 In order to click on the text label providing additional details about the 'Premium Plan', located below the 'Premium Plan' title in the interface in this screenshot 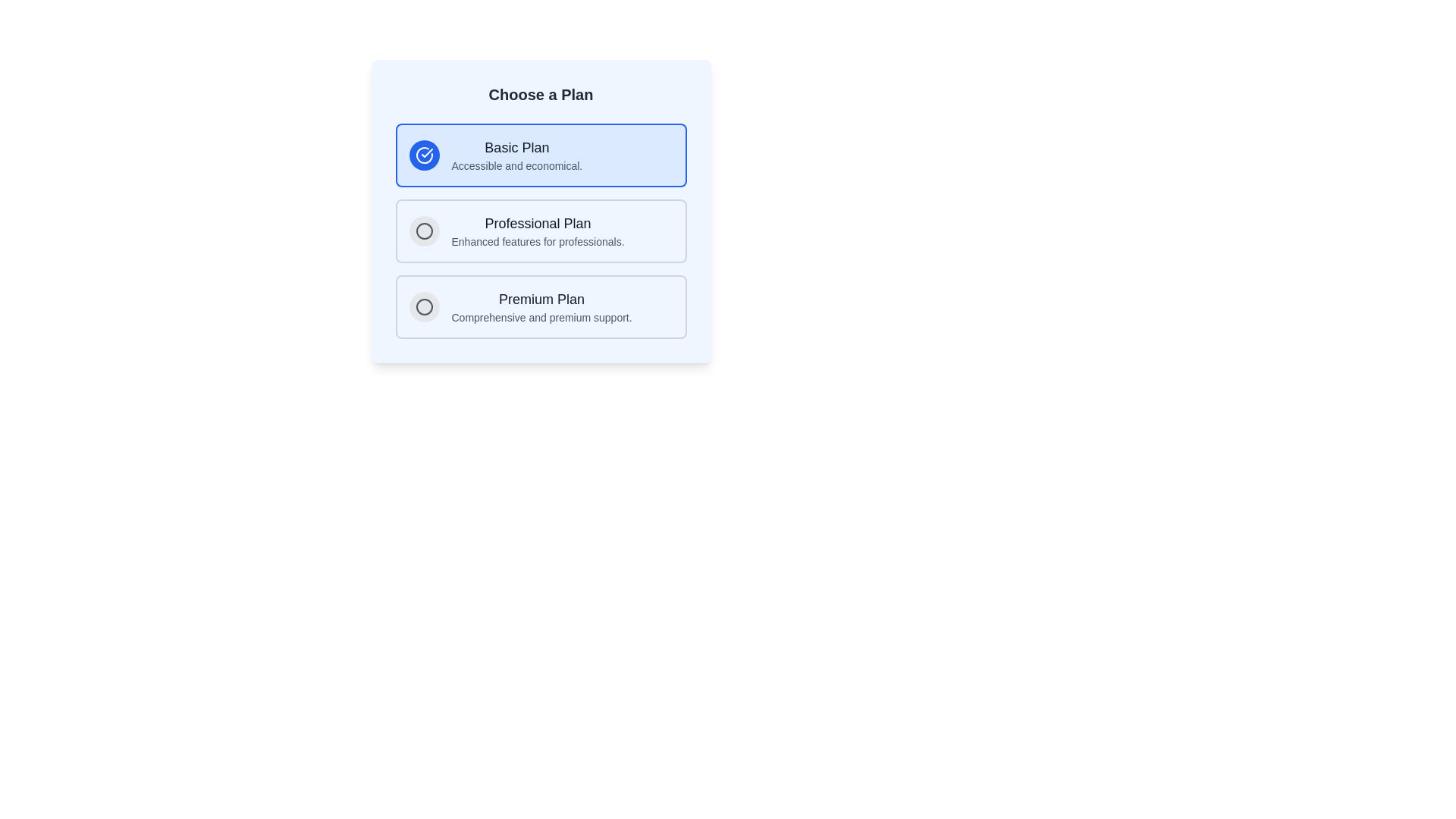, I will do `click(541, 317)`.